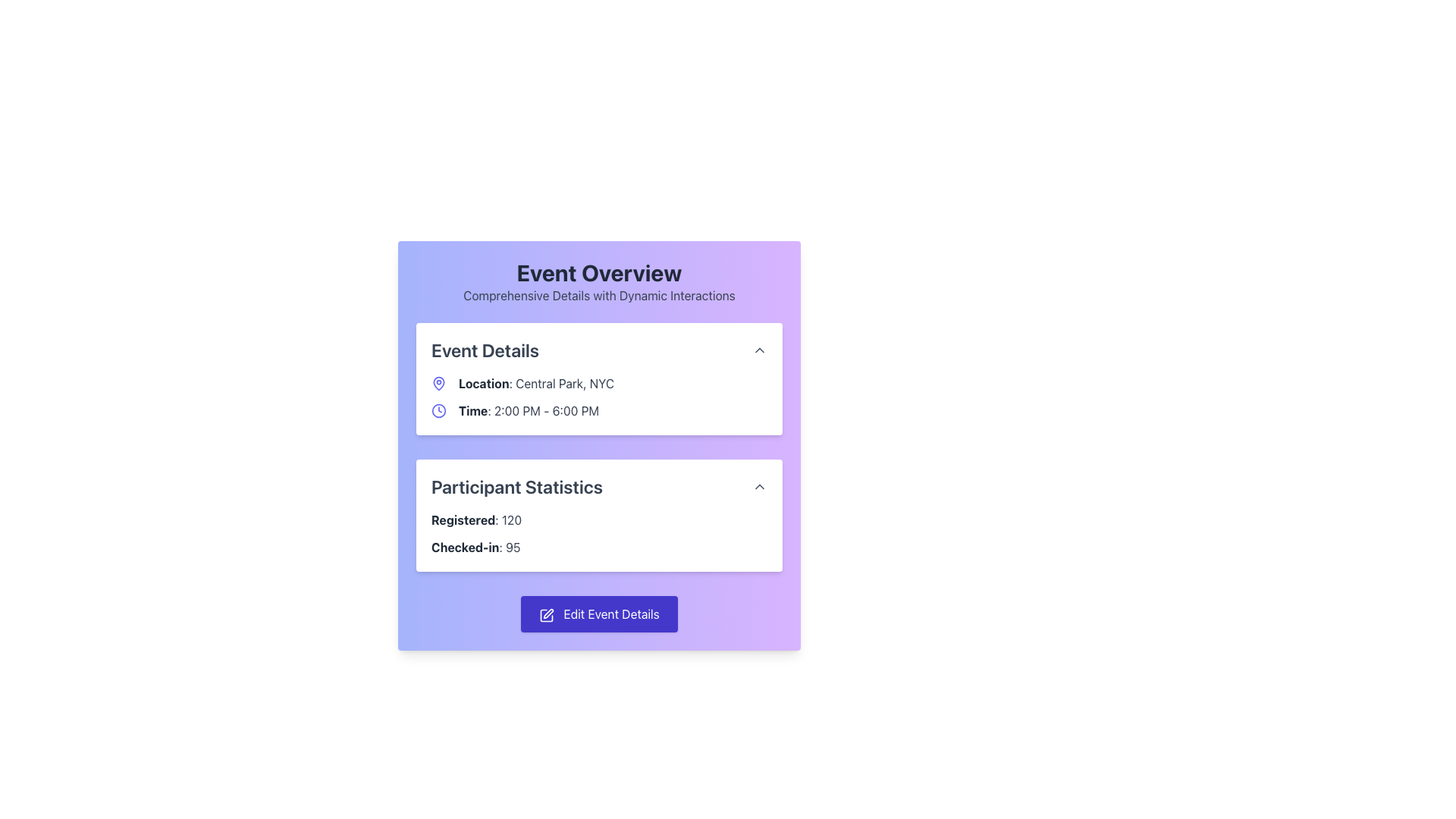 This screenshot has width=1456, height=819. Describe the element at coordinates (475, 547) in the screenshot. I see `static text element displaying 'Checked-in: 95' located in the 'Participant Statistics' section, which is positioned under 'Registered: 120'` at that location.